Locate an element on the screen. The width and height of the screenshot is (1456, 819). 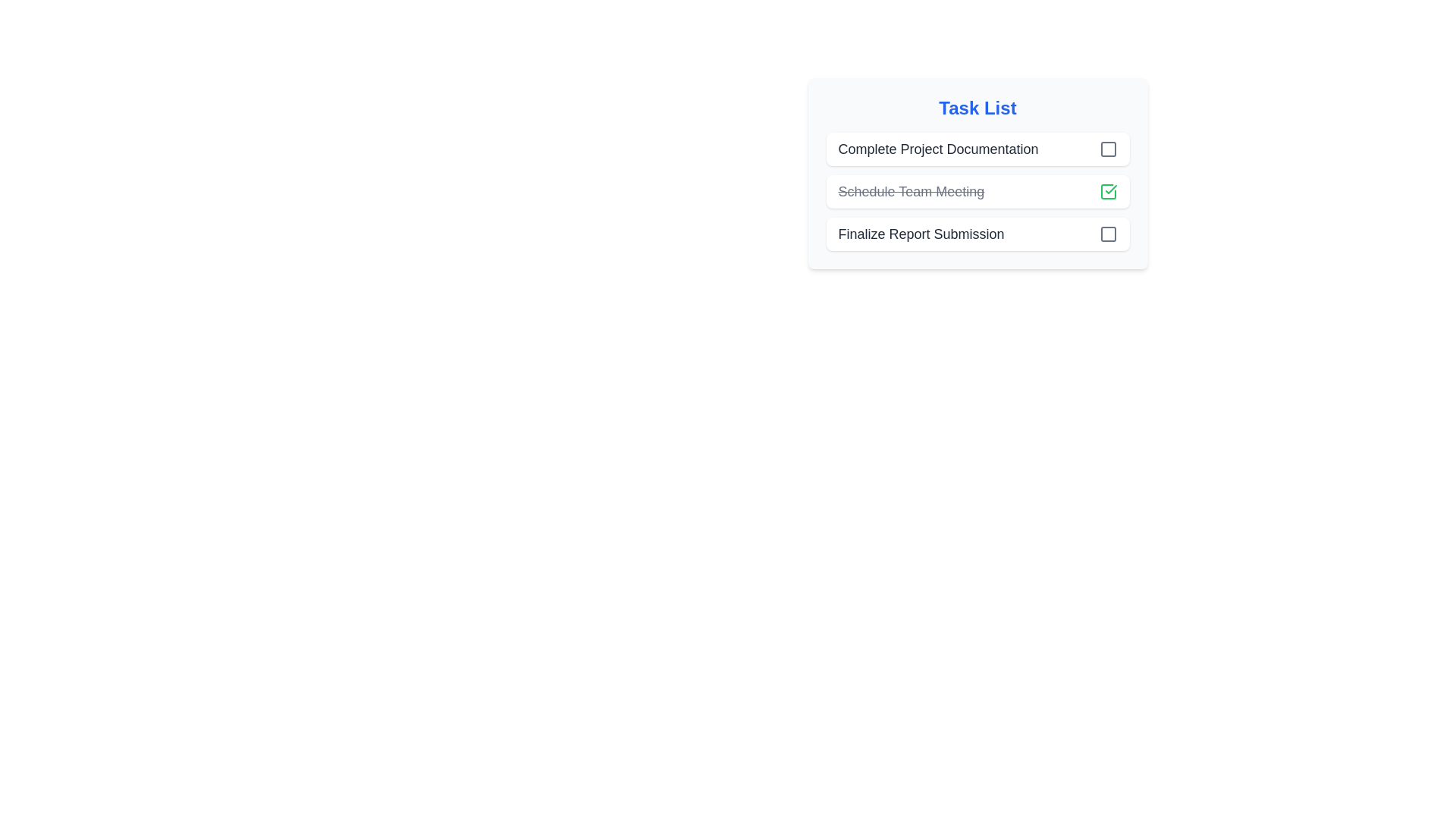
the completed task item labeled 'Schedule Team Meeting', which is the second item in the task list, featuring a strikethrough text and a green checkmark icon is located at coordinates (977, 191).